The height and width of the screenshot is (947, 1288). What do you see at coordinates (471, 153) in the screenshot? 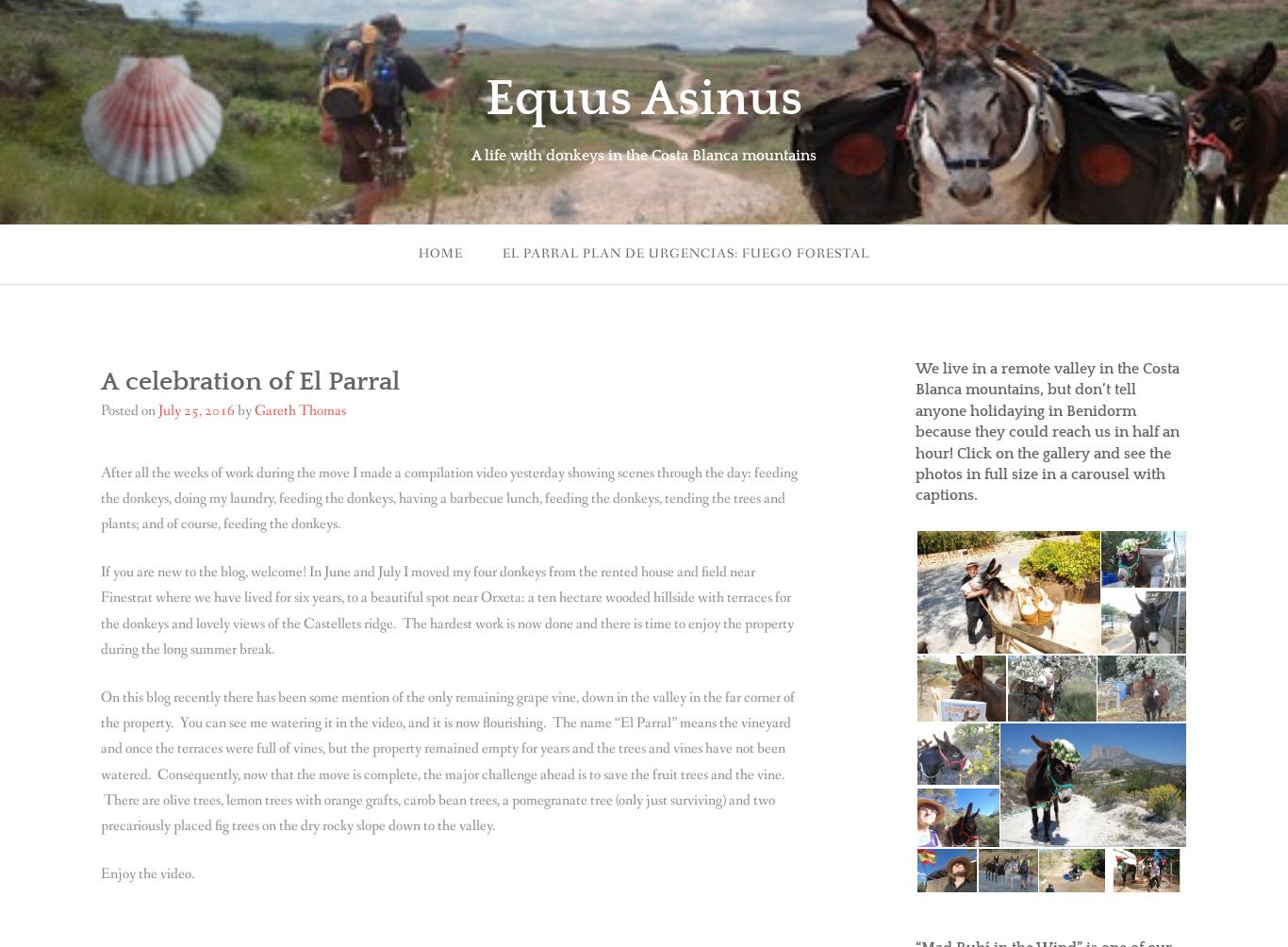
I see `'A life with donkeys in the Costa Blanca mountains'` at bounding box center [471, 153].